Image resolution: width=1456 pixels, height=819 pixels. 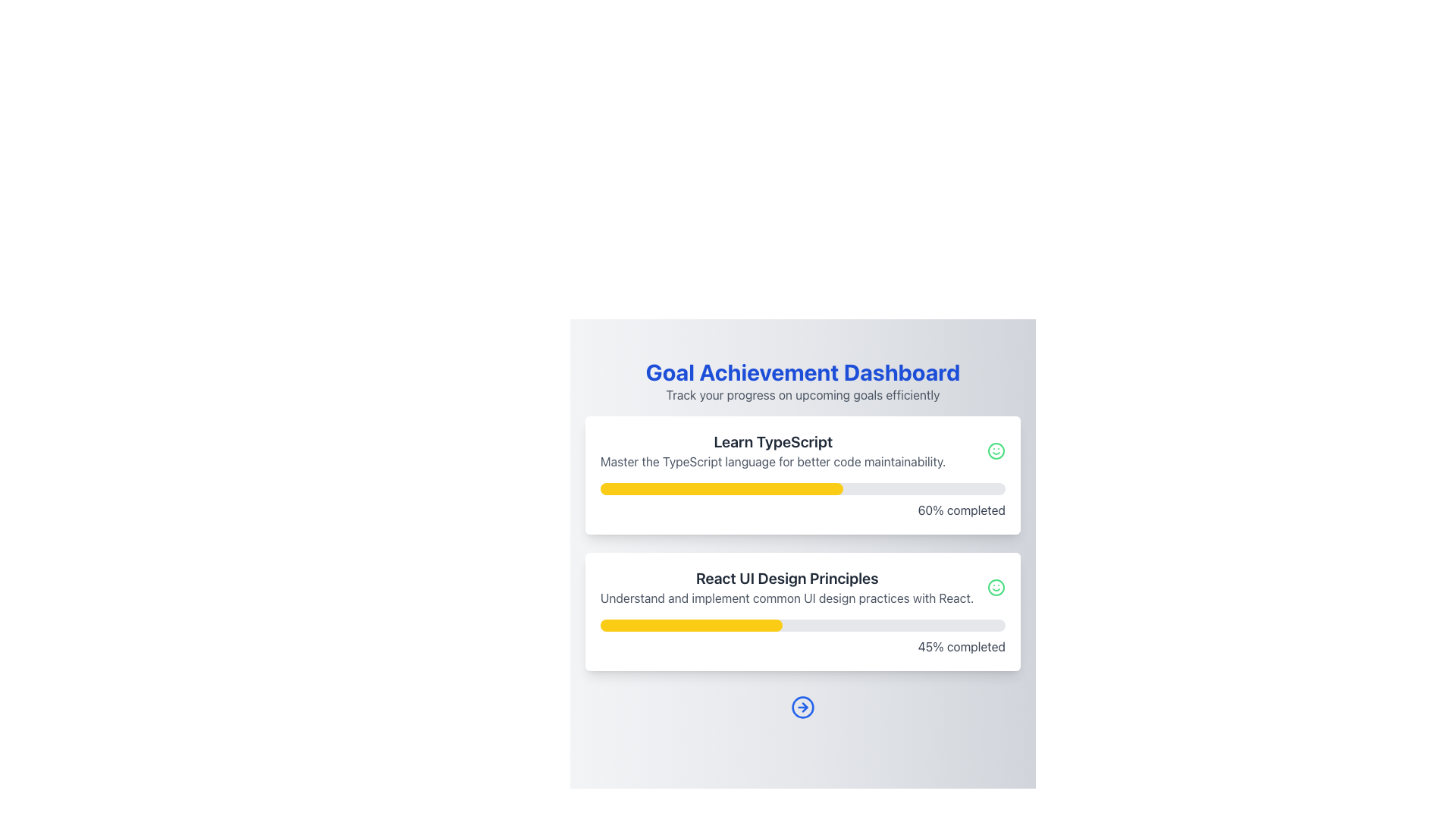 I want to click on text label displaying 'Learn TypeScript', which is formatted in medium-large bold dark gray font and is positioned at the top-center of the card layout, so click(x=773, y=441).